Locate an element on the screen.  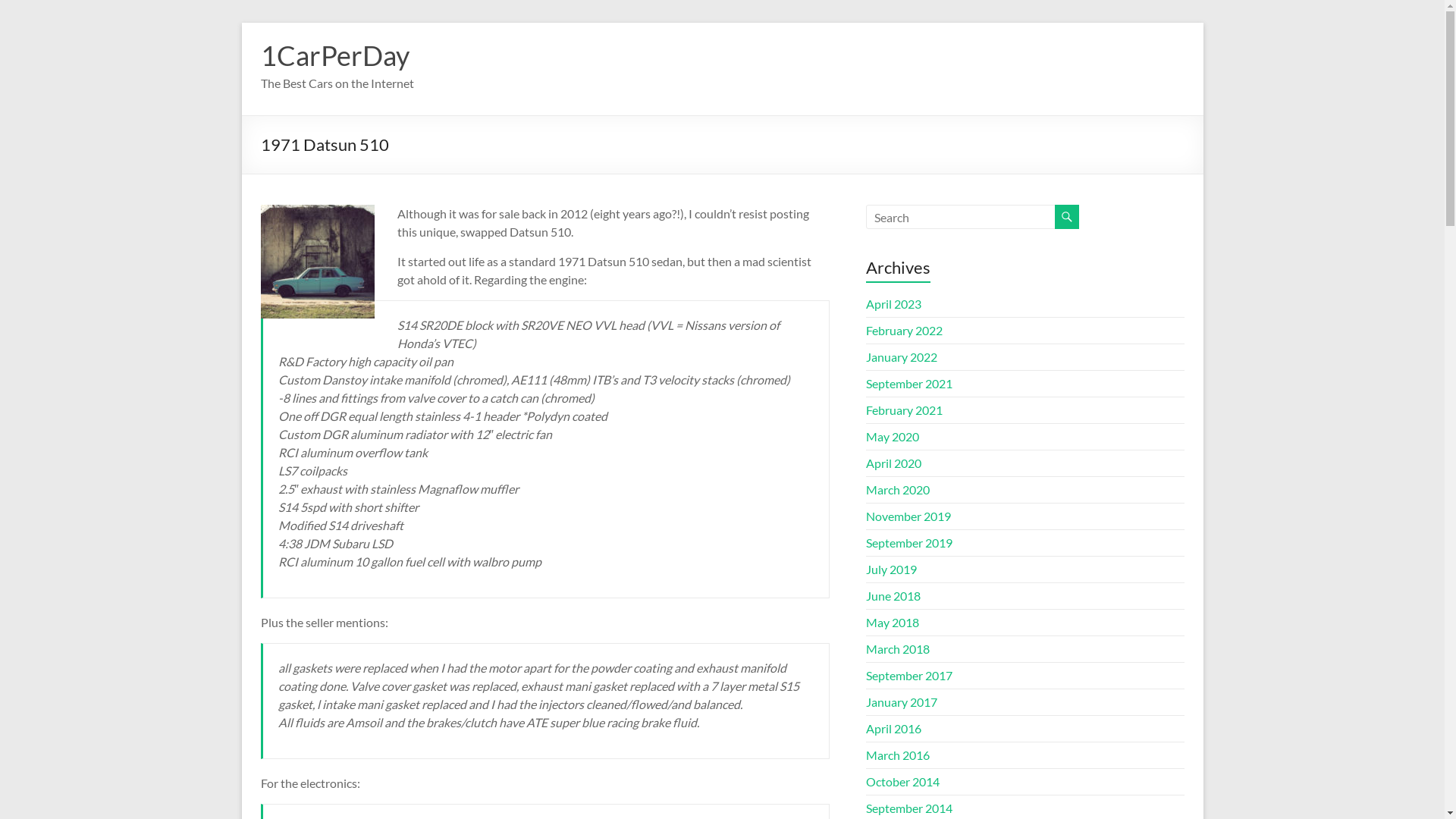
'February 2021' is located at coordinates (904, 409).